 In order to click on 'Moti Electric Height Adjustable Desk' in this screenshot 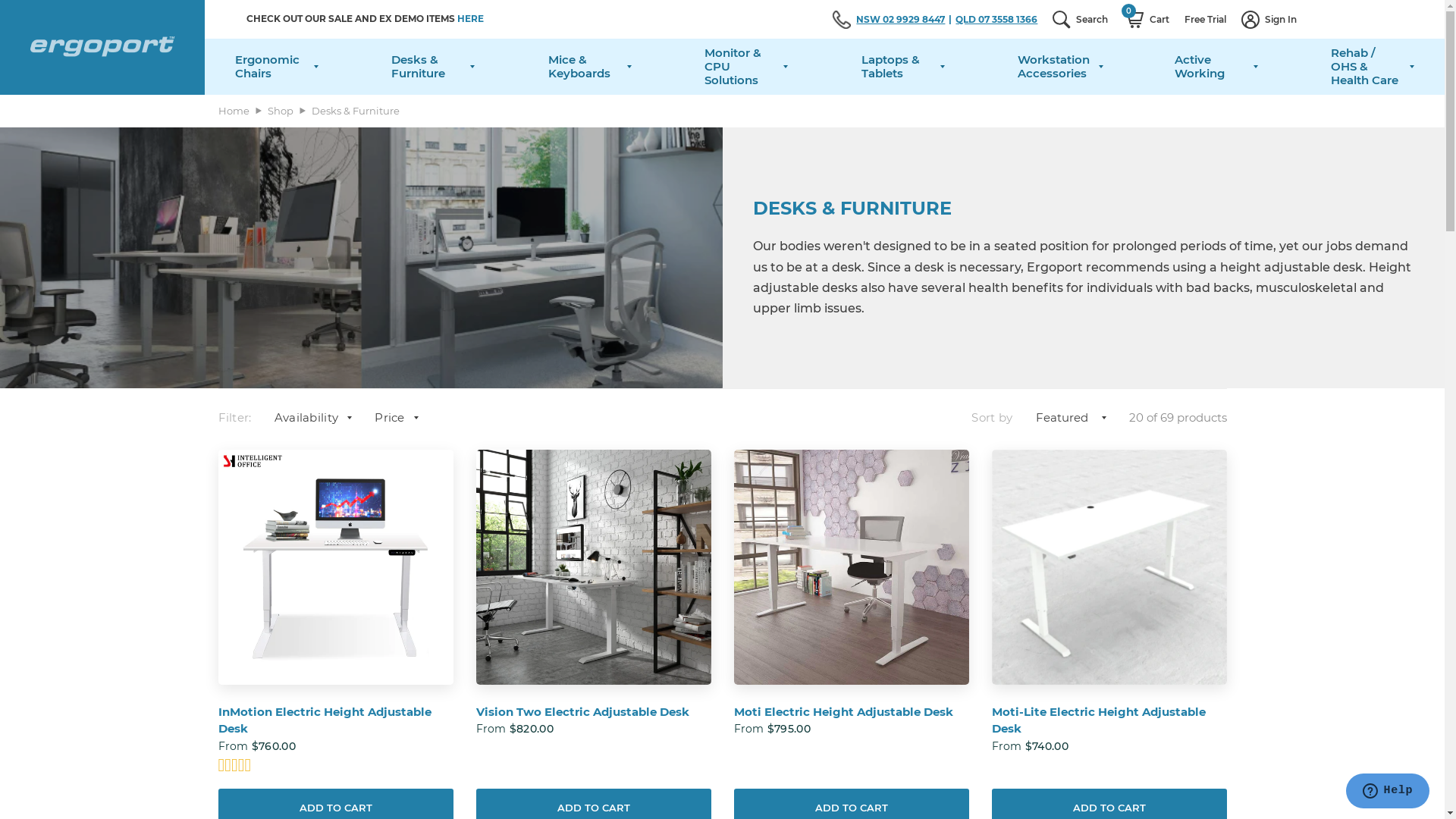, I will do `click(852, 712)`.